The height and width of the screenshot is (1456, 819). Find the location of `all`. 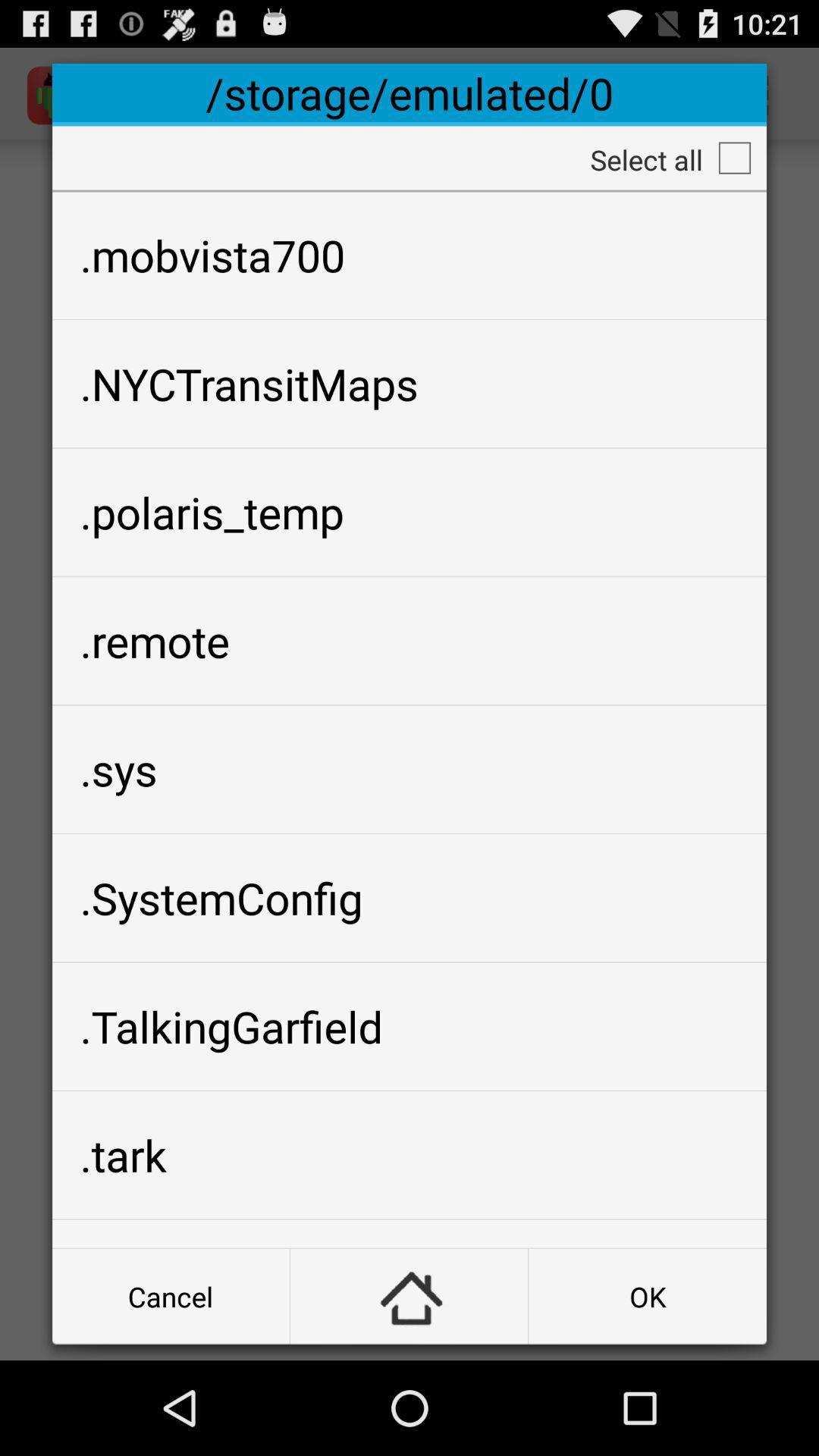

all is located at coordinates (733, 158).